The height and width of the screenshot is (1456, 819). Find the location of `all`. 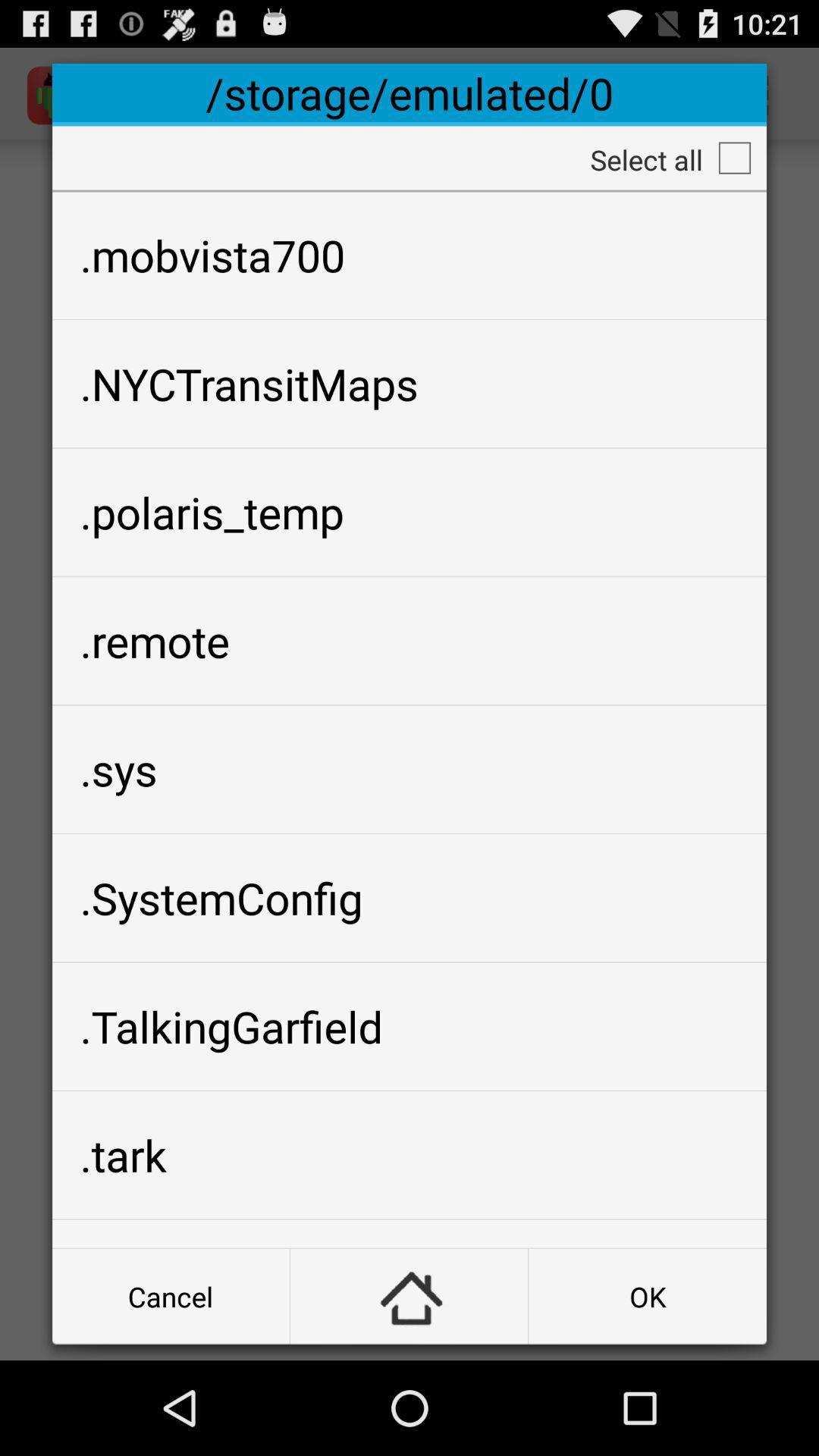

all is located at coordinates (733, 158).